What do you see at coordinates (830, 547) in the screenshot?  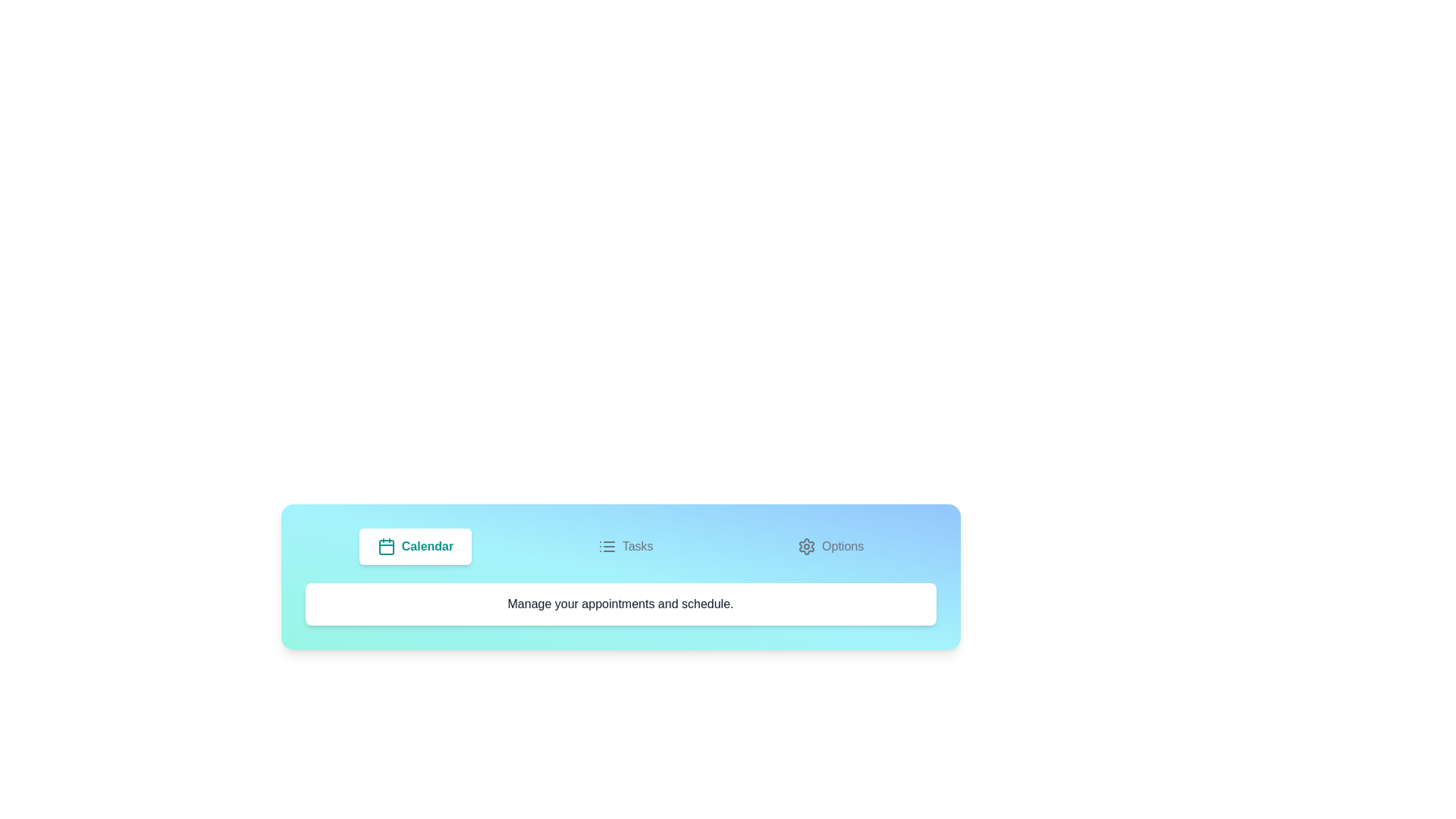 I see `the tab button labeled Options to switch to the corresponding tab` at bounding box center [830, 547].